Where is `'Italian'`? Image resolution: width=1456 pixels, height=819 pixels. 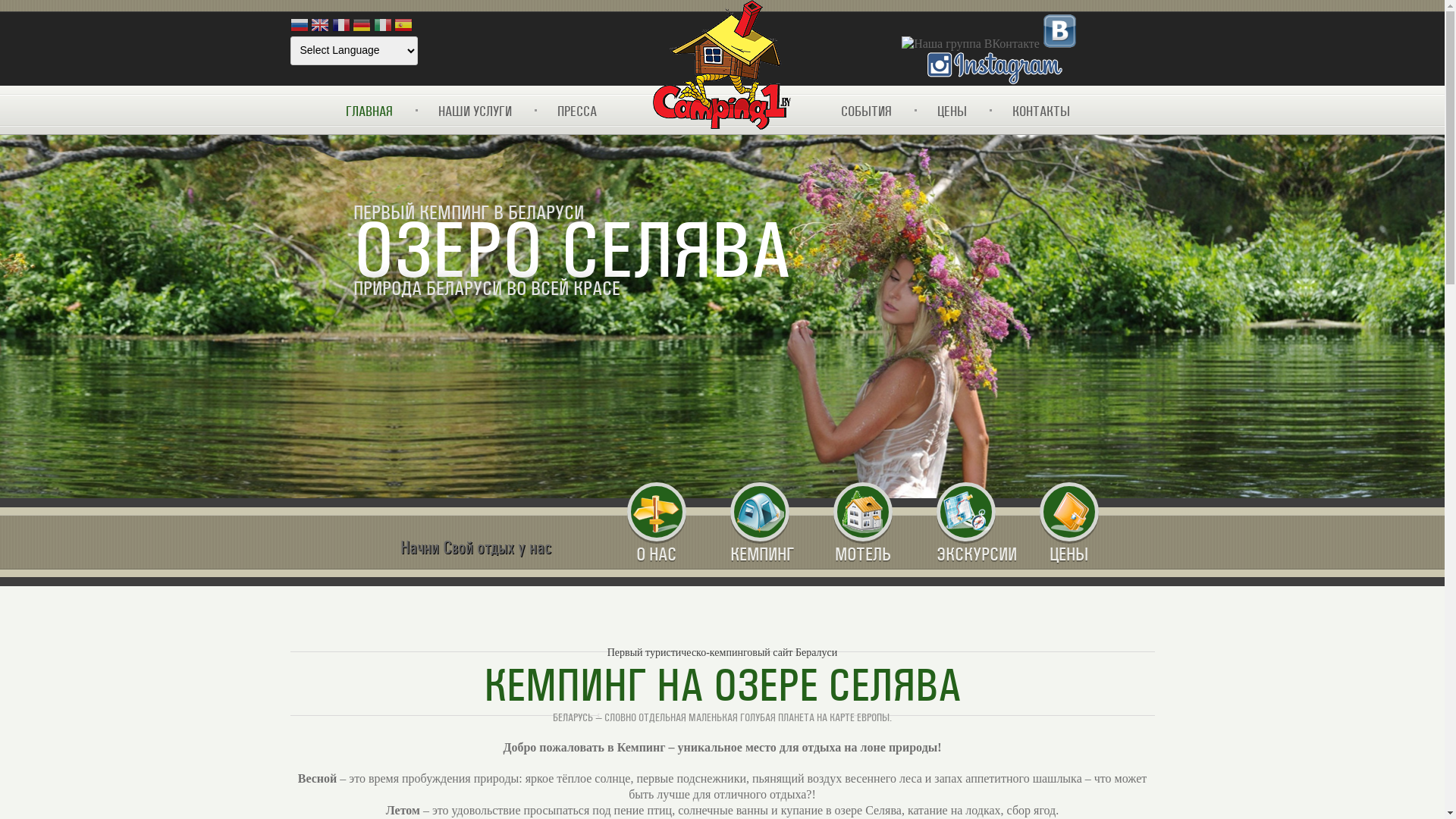
'Italian' is located at coordinates (382, 26).